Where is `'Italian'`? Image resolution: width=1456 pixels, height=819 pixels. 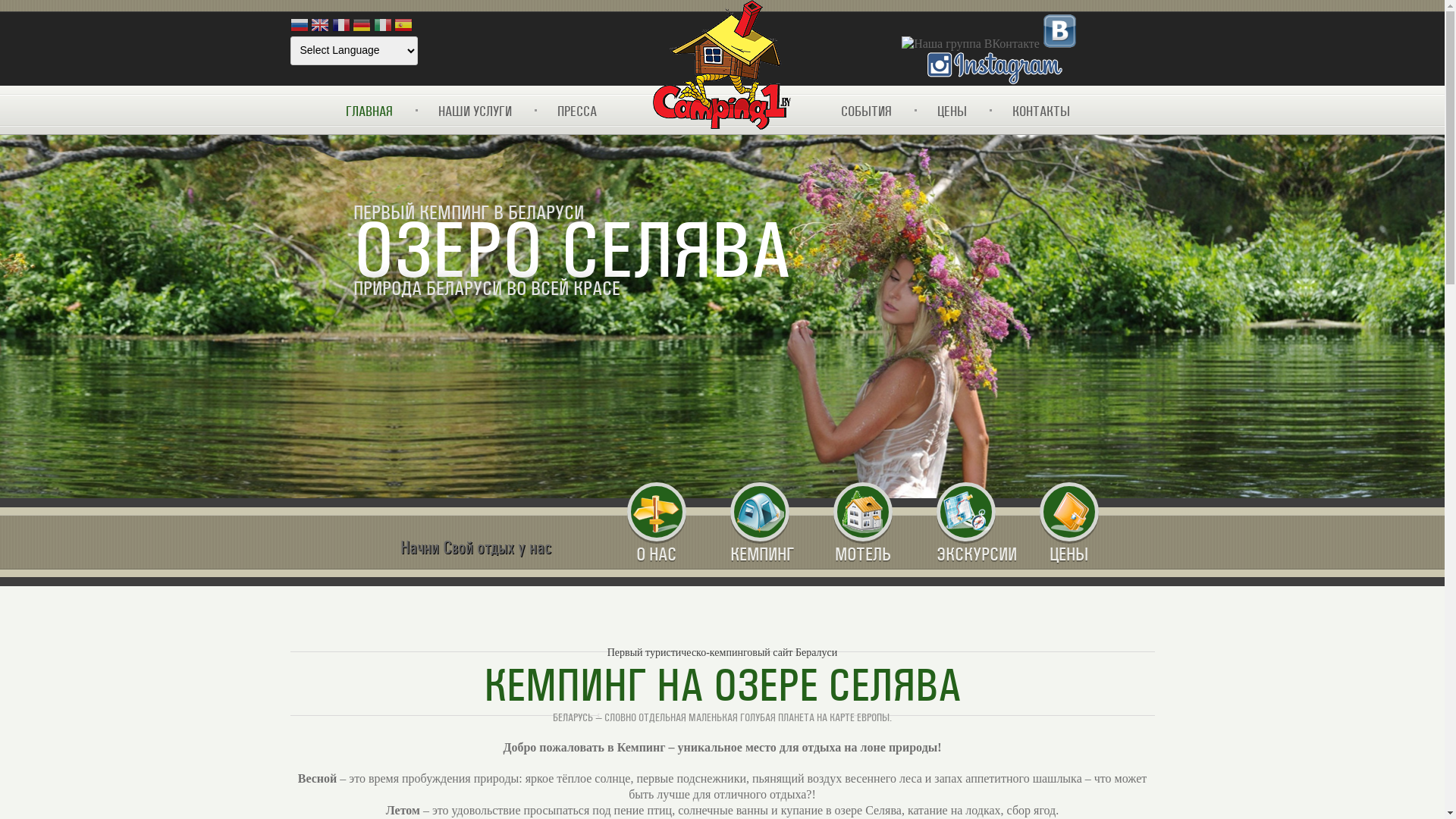
'Italian' is located at coordinates (382, 26).